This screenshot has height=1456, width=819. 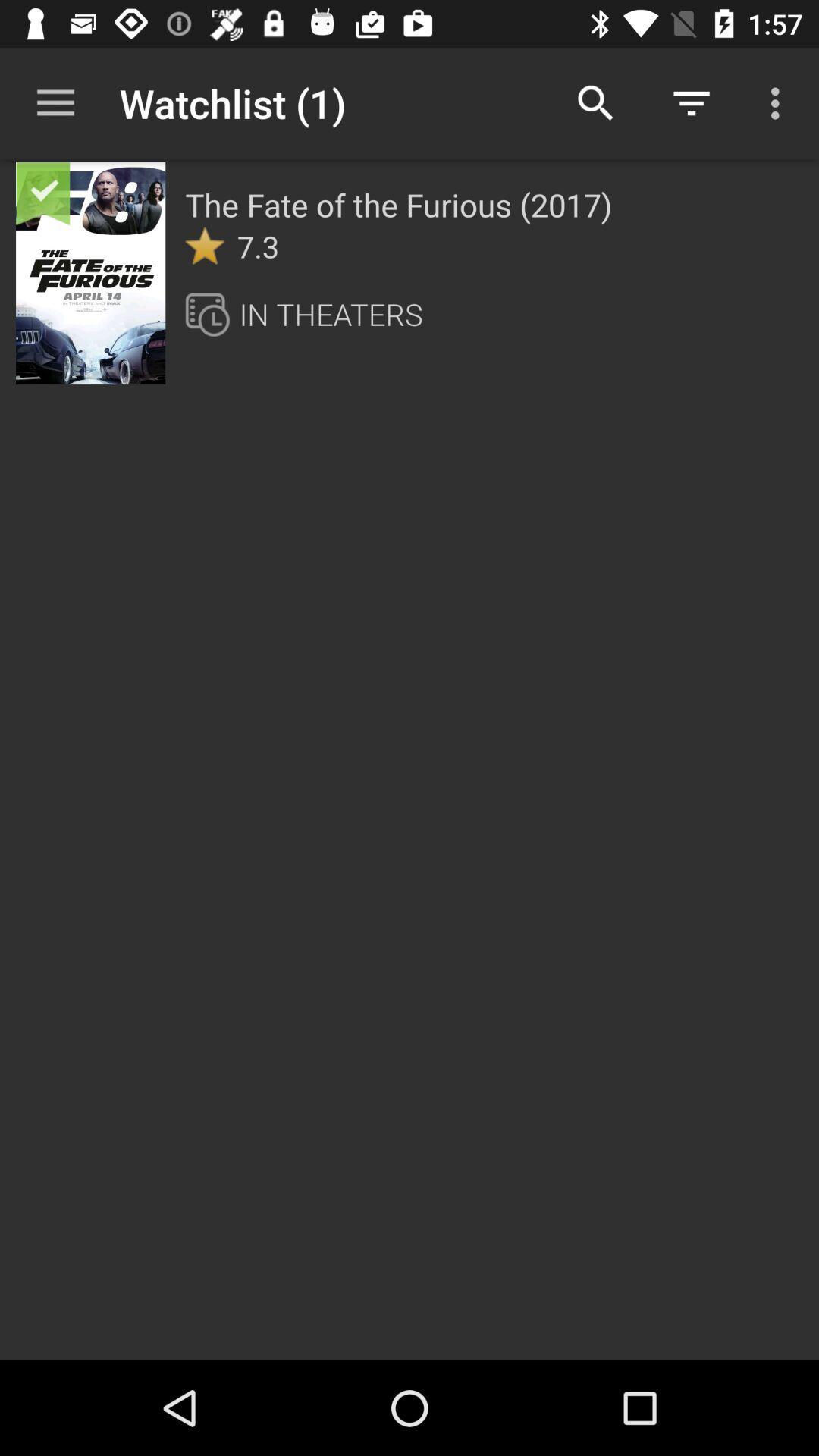 What do you see at coordinates (205, 246) in the screenshot?
I see `the item below the fate of` at bounding box center [205, 246].